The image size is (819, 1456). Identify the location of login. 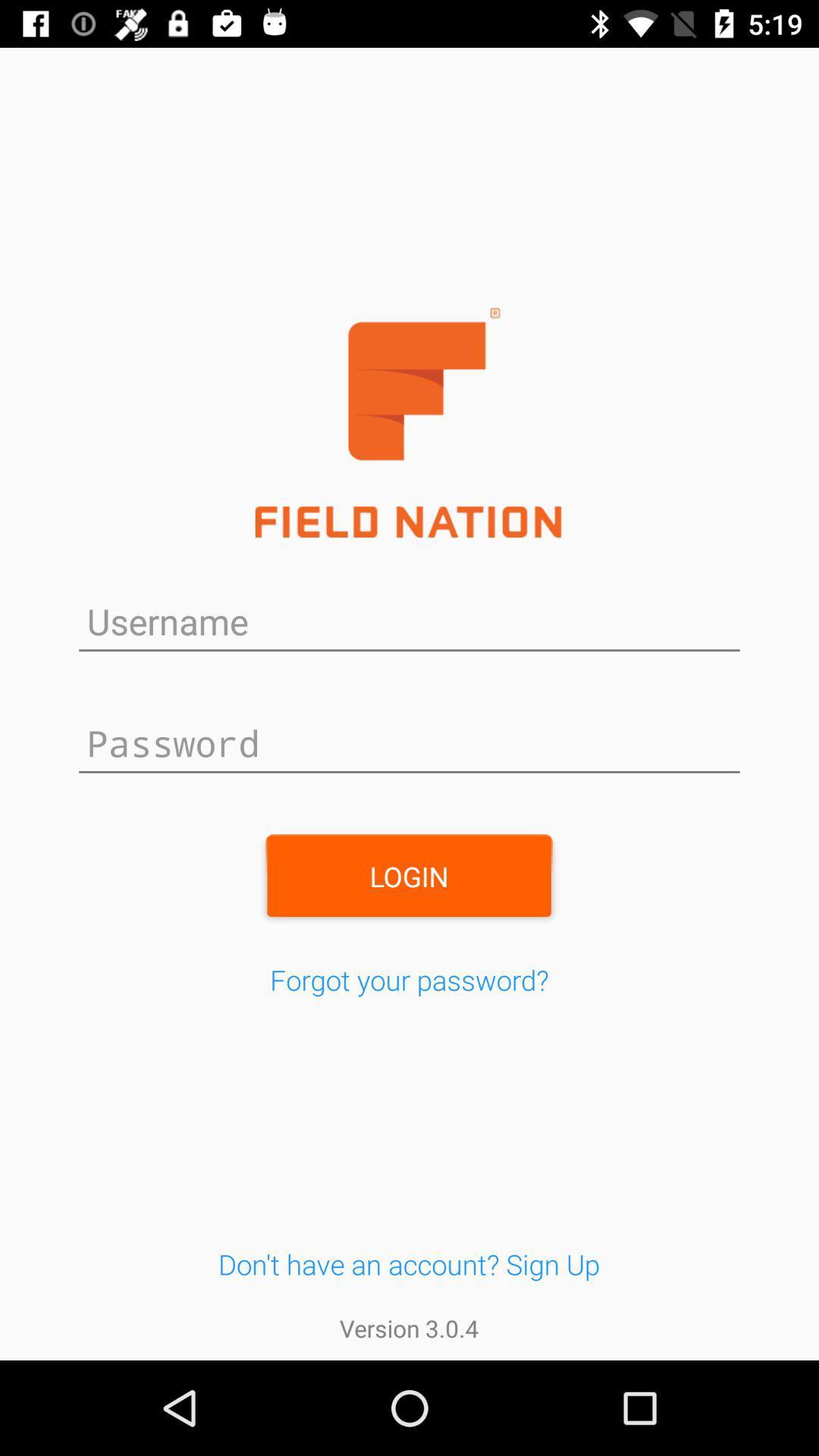
(408, 876).